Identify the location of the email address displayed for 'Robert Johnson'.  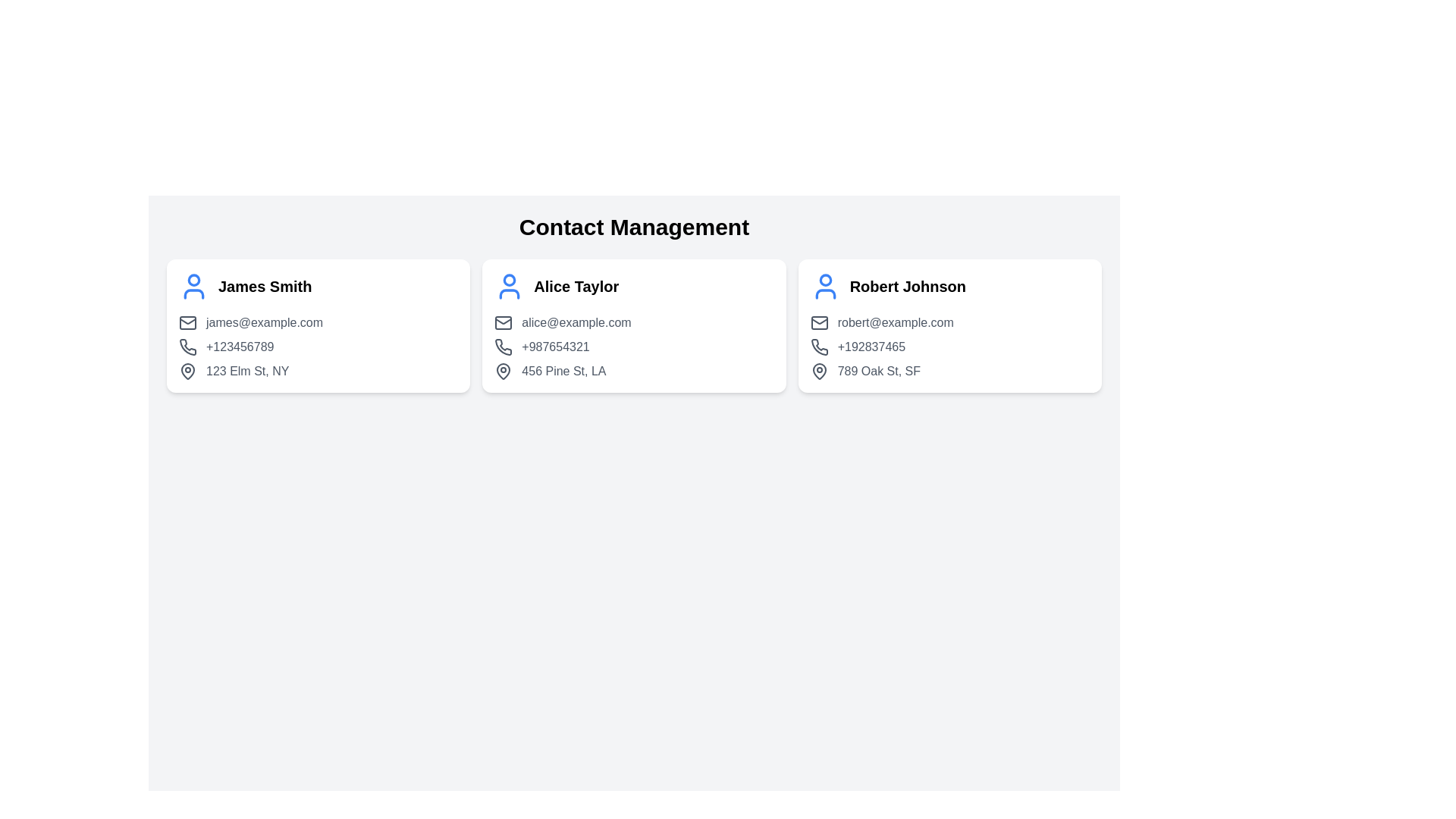
(949, 322).